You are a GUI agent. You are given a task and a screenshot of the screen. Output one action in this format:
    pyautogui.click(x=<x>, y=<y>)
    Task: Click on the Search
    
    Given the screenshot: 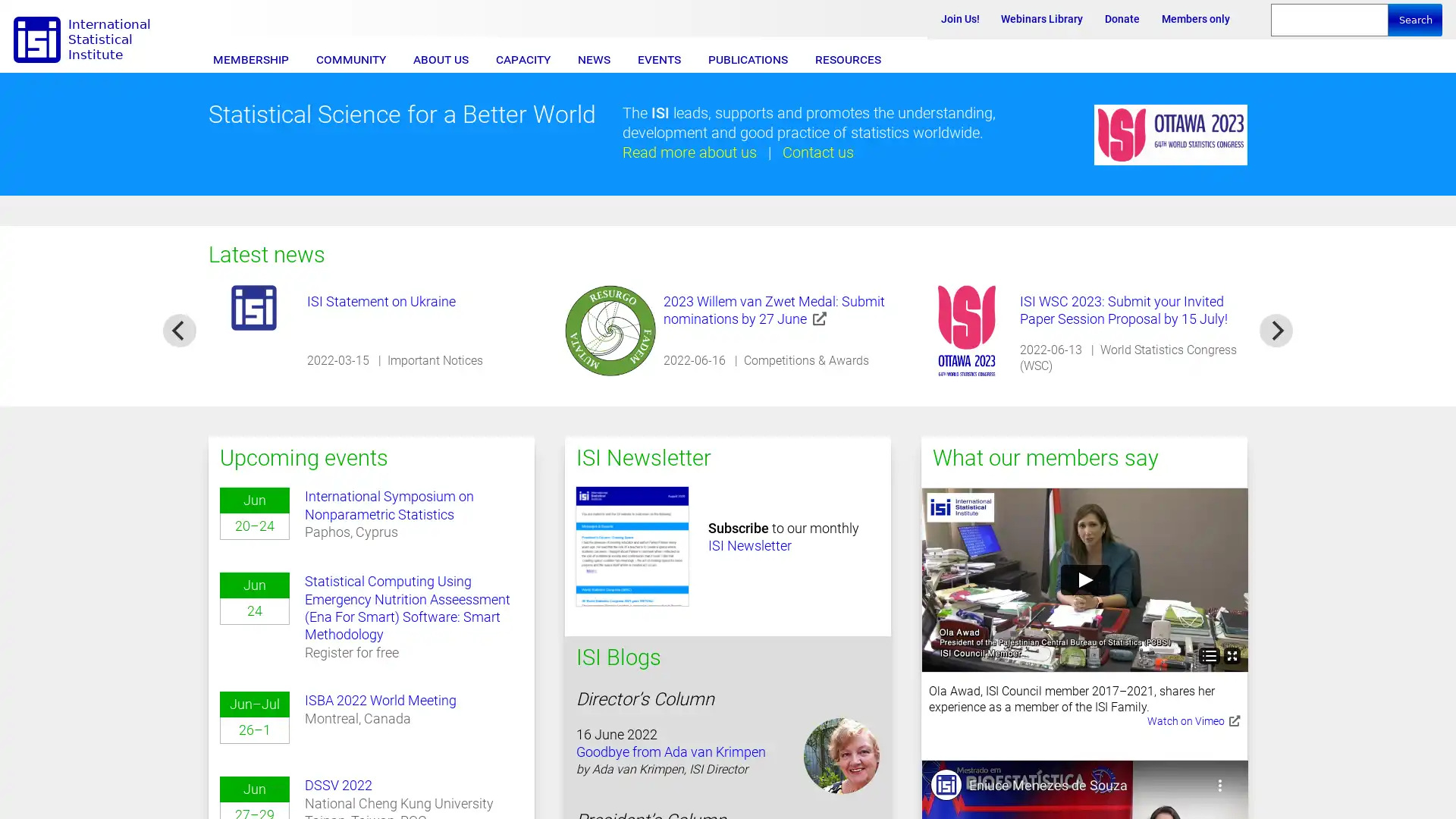 What is the action you would take?
    pyautogui.click(x=1414, y=20)
    